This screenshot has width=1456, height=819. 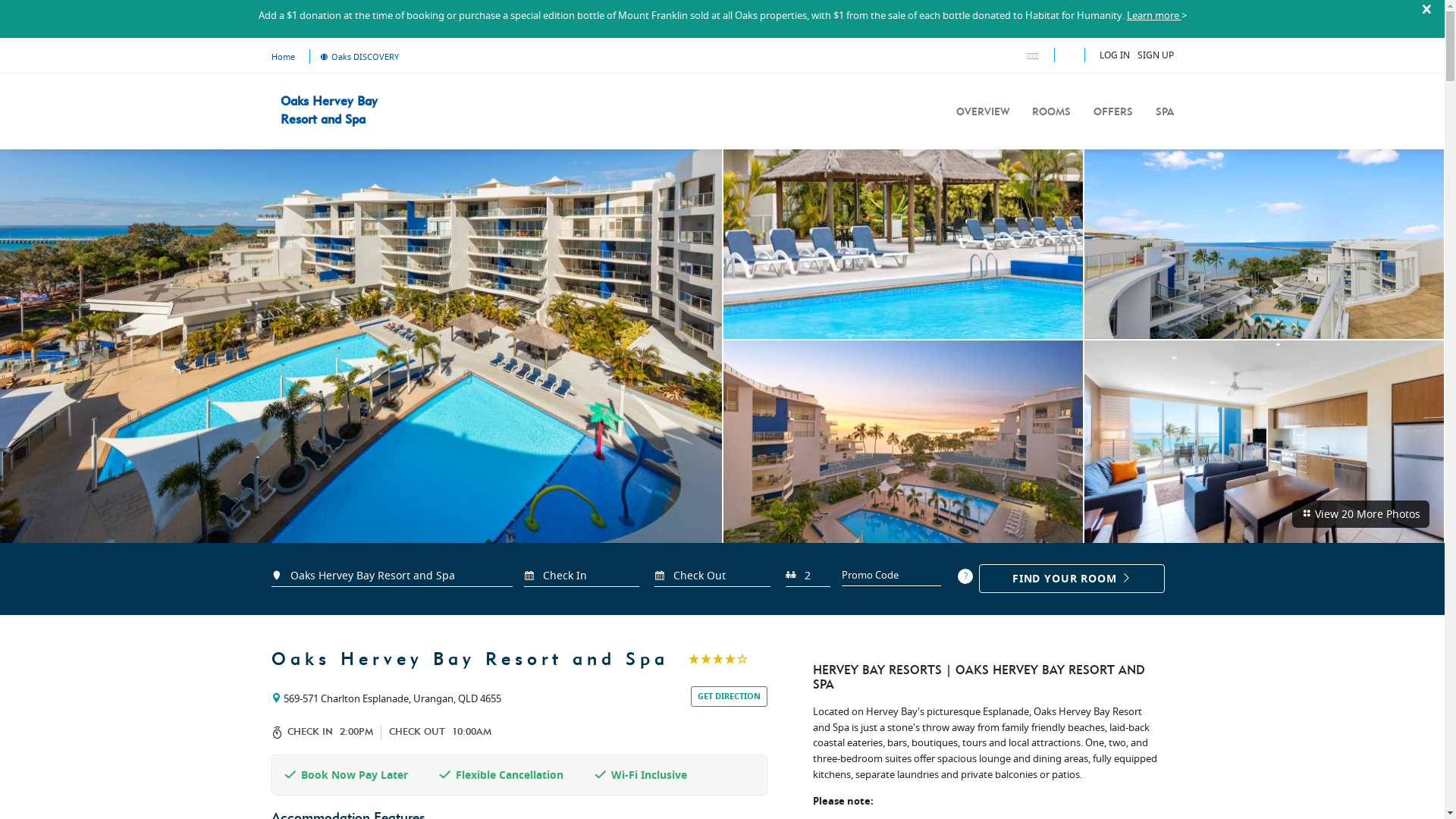 I want to click on 'OFFERS', so click(x=1113, y=111).